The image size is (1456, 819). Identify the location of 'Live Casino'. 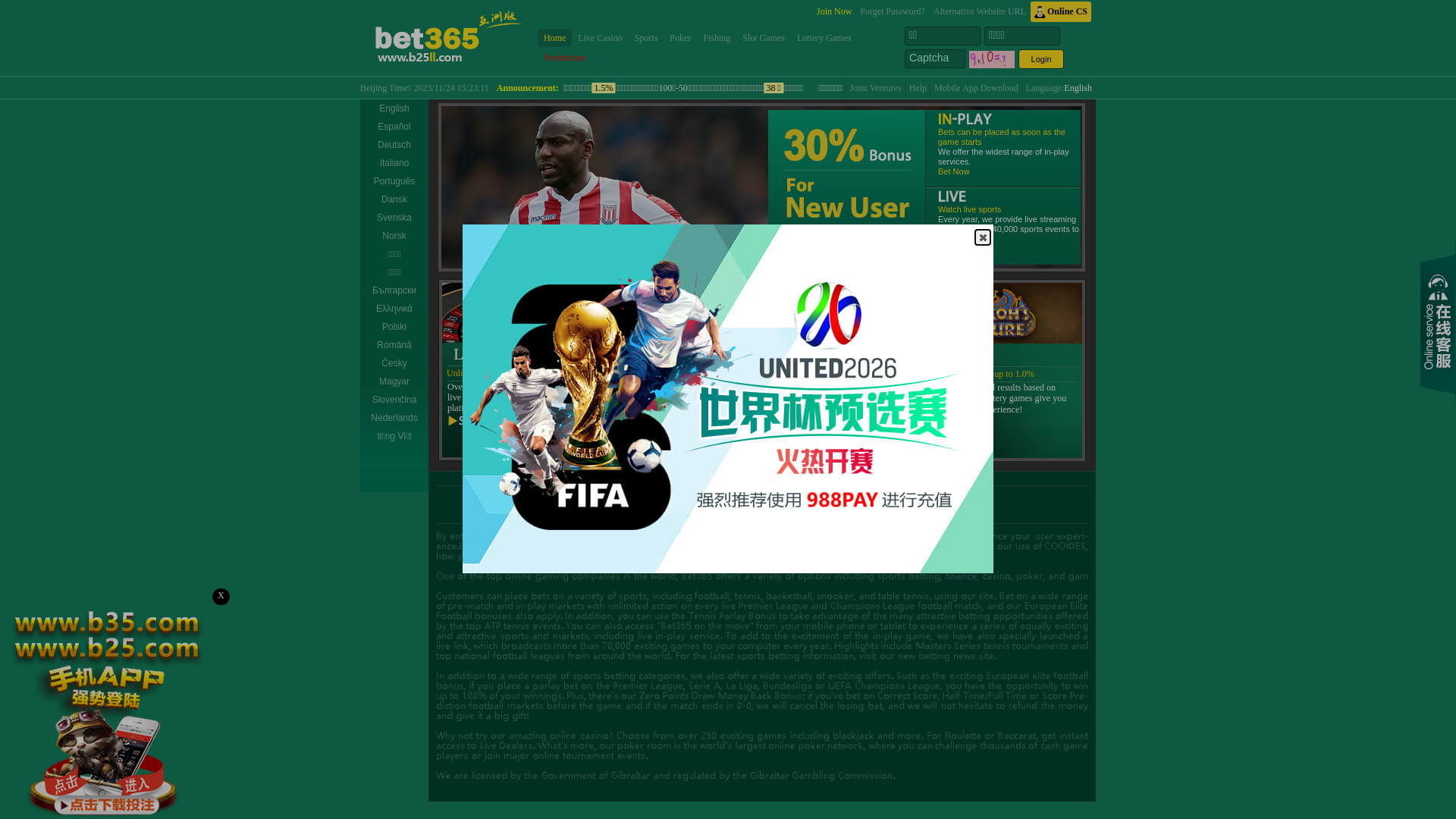
(599, 37).